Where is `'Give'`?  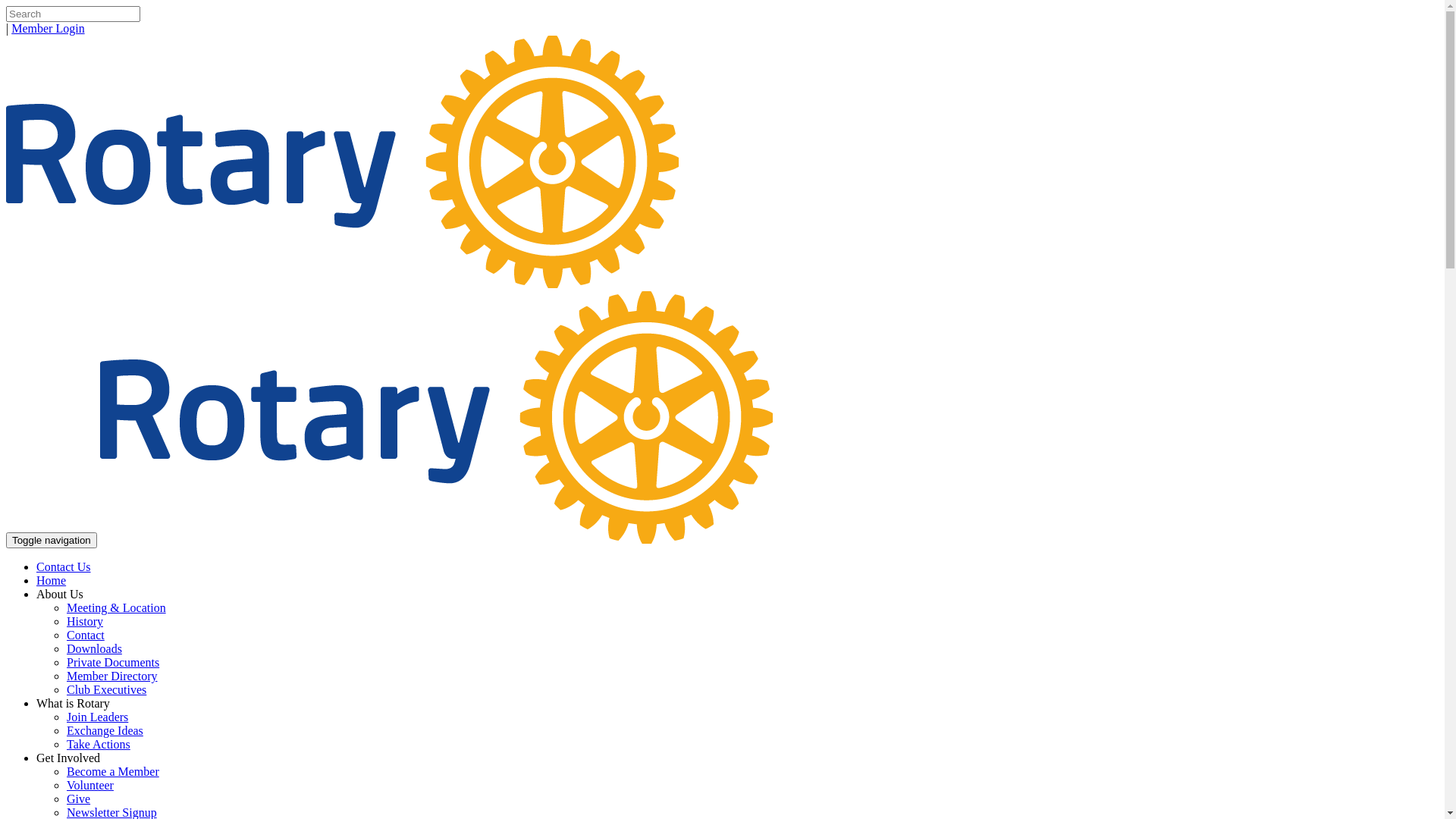 'Give' is located at coordinates (77, 798).